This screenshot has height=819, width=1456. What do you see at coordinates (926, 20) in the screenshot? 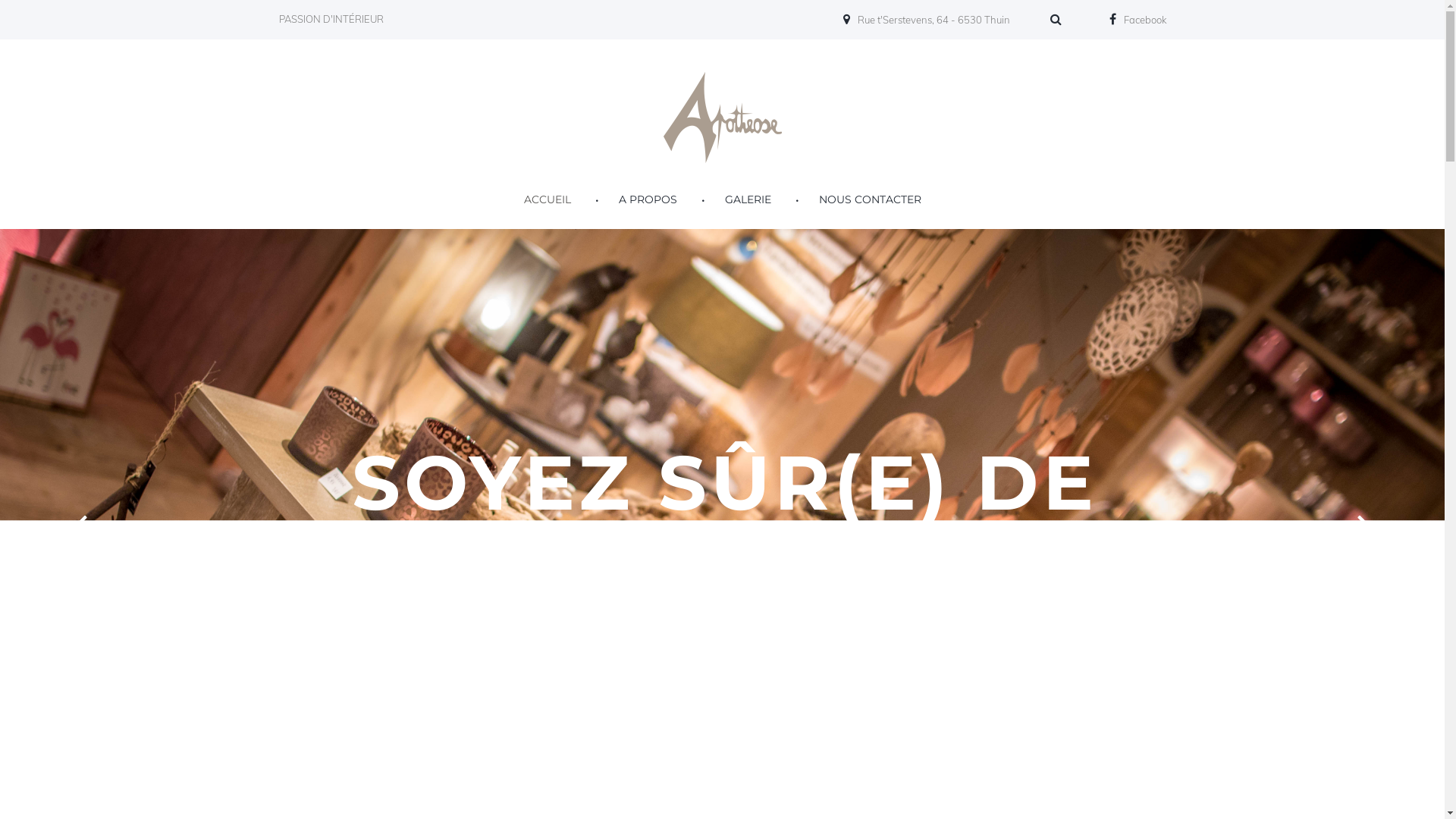
I see `'Rue t'Serstevens, 64 - 6530 Thuin'` at bounding box center [926, 20].